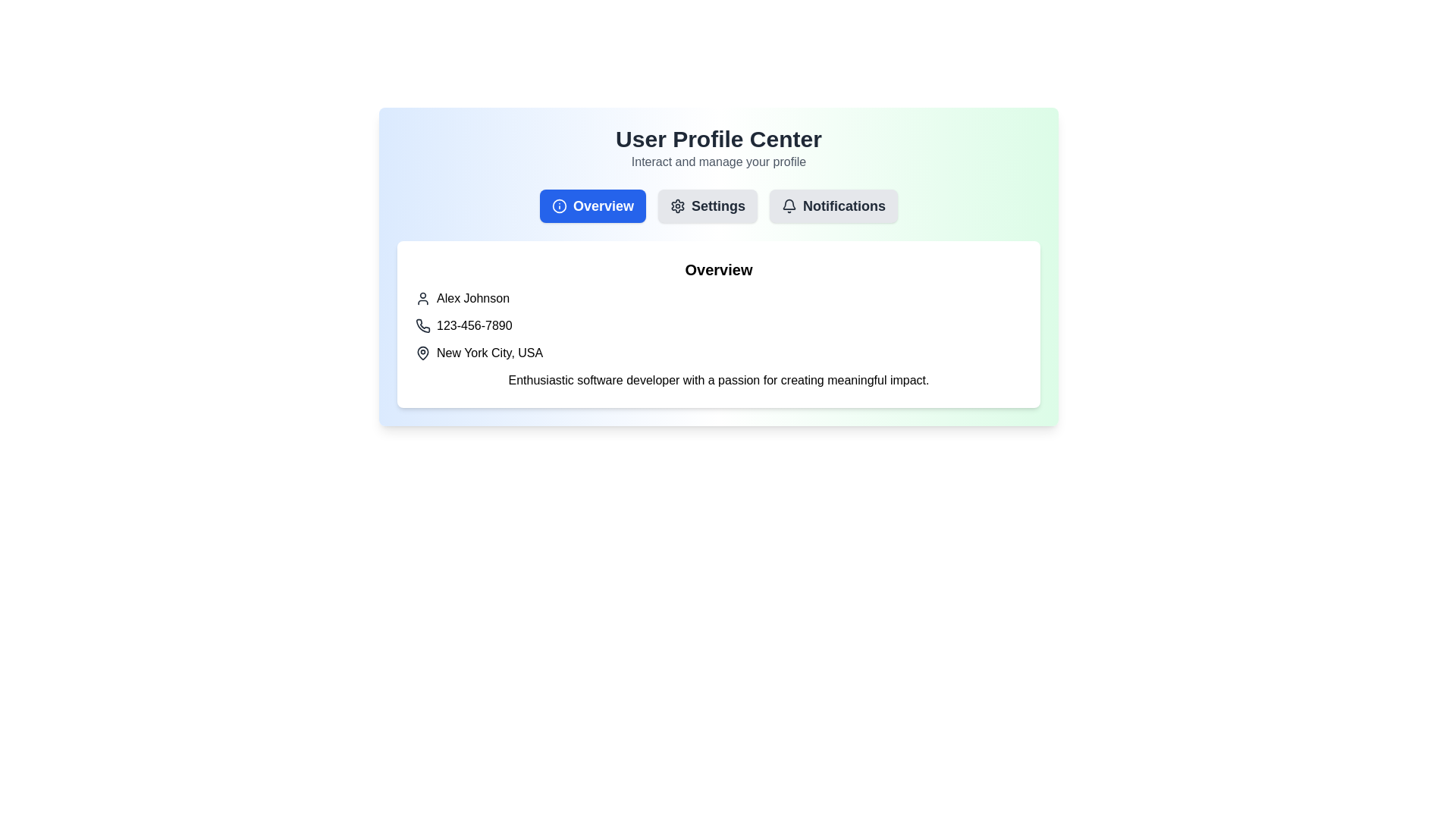  I want to click on the 'Overview' section header text label, which signifies the content below it belongs to the Overview section, so click(718, 268).